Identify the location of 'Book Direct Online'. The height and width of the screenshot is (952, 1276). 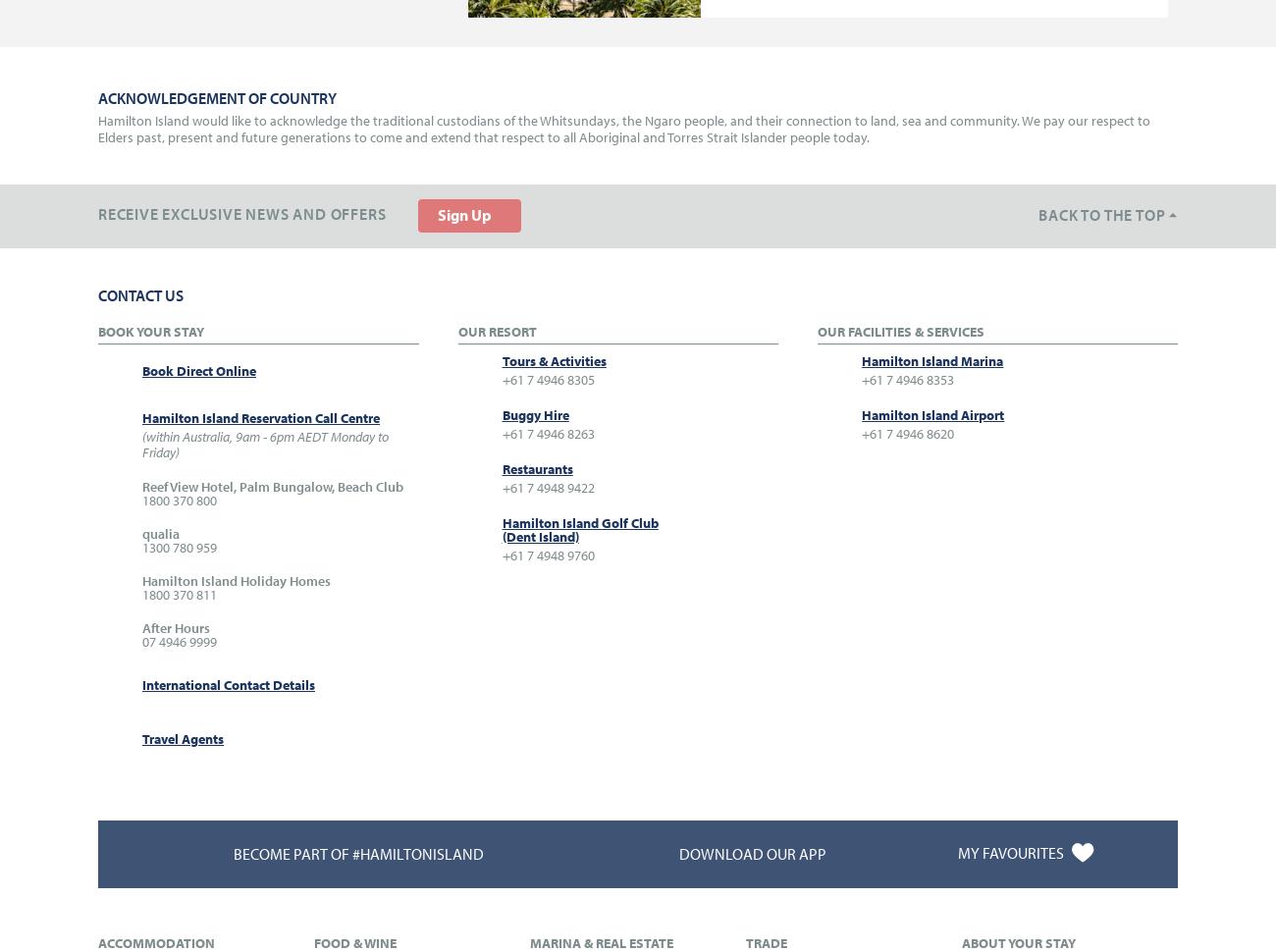
(199, 369).